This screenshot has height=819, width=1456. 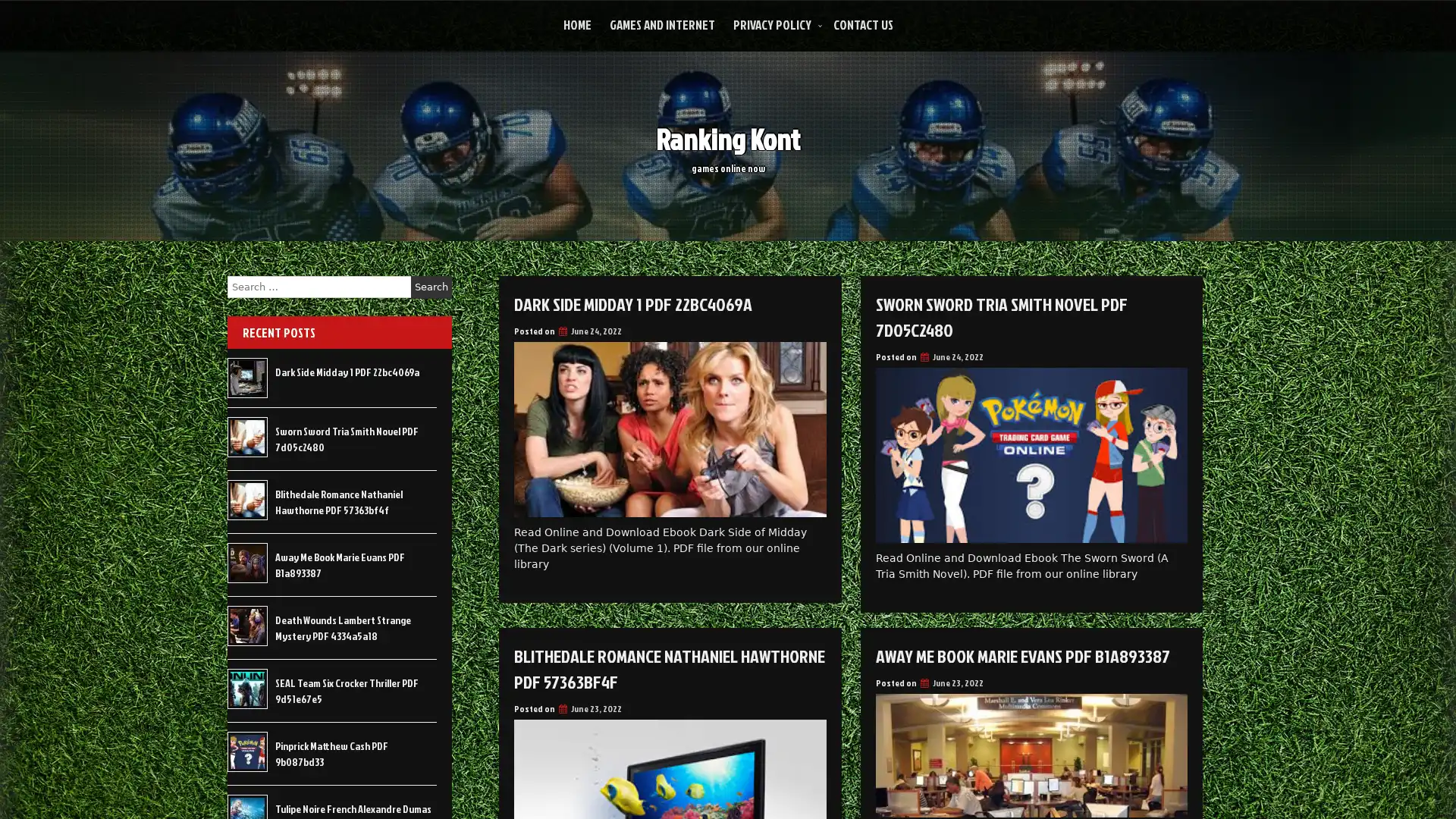 What do you see at coordinates (431, 287) in the screenshot?
I see `Search` at bounding box center [431, 287].